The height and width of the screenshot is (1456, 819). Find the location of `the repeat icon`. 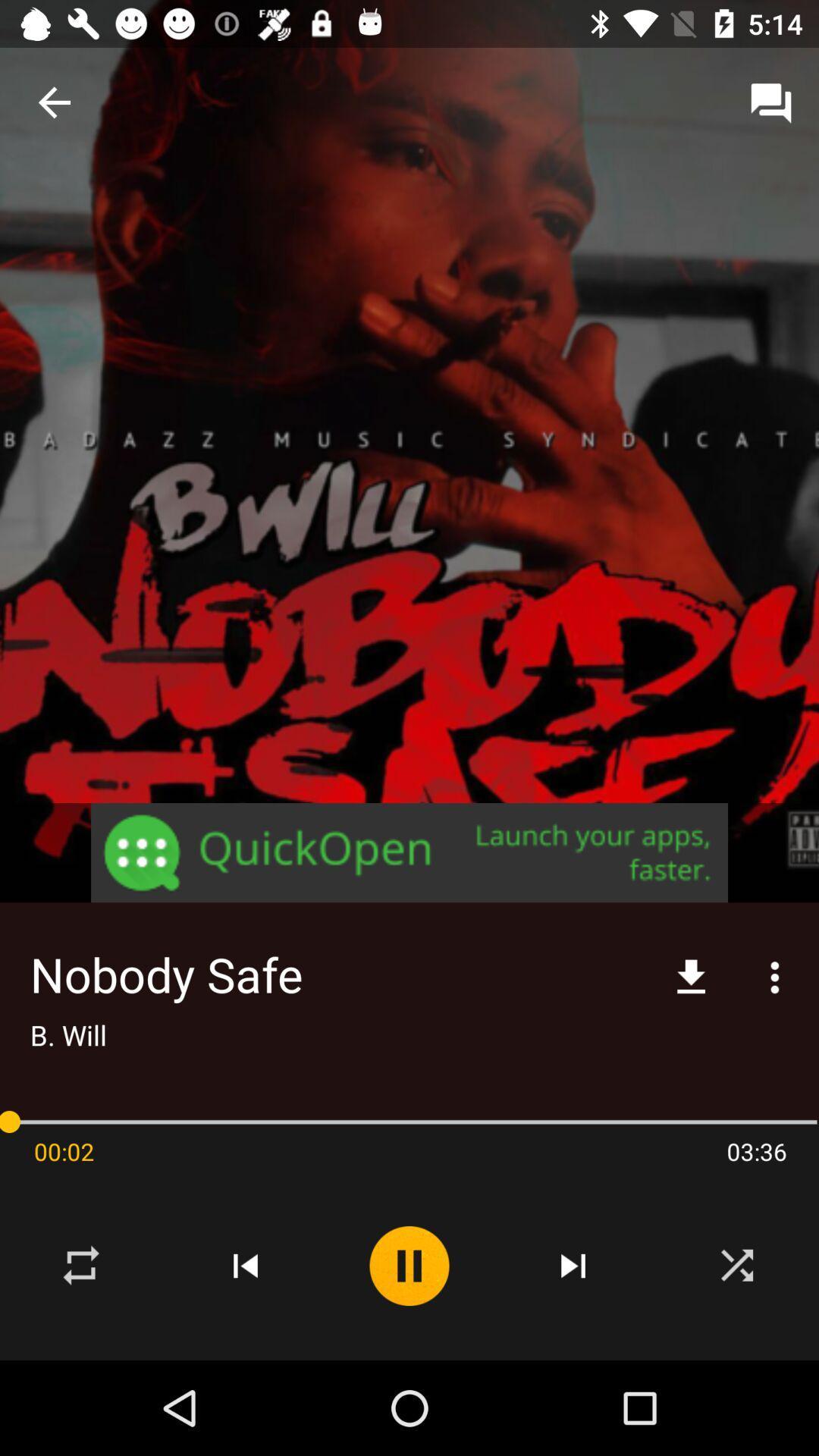

the repeat icon is located at coordinates (82, 1266).